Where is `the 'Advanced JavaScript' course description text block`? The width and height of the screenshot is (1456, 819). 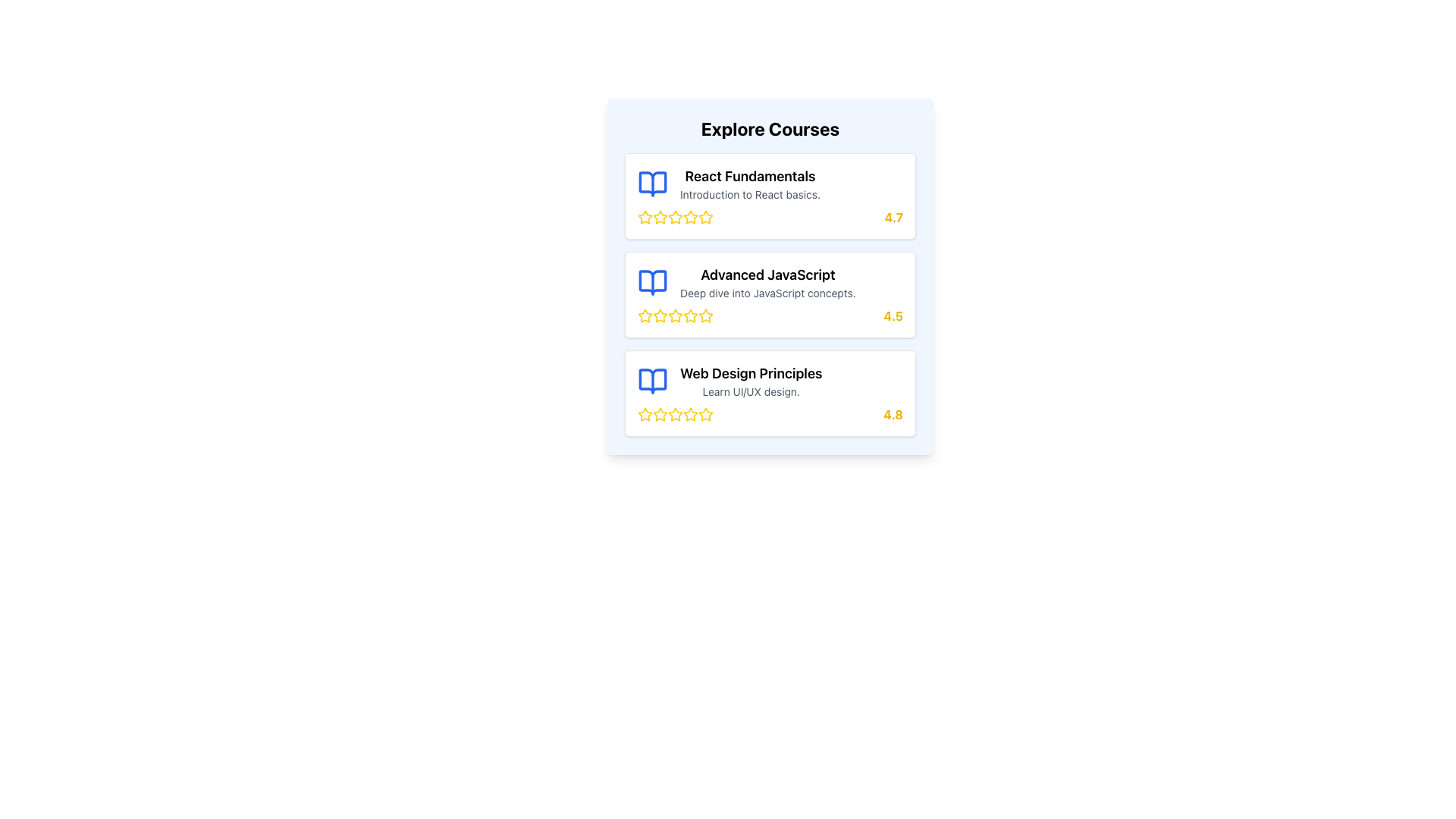 the 'Advanced JavaScript' course description text block is located at coordinates (767, 283).